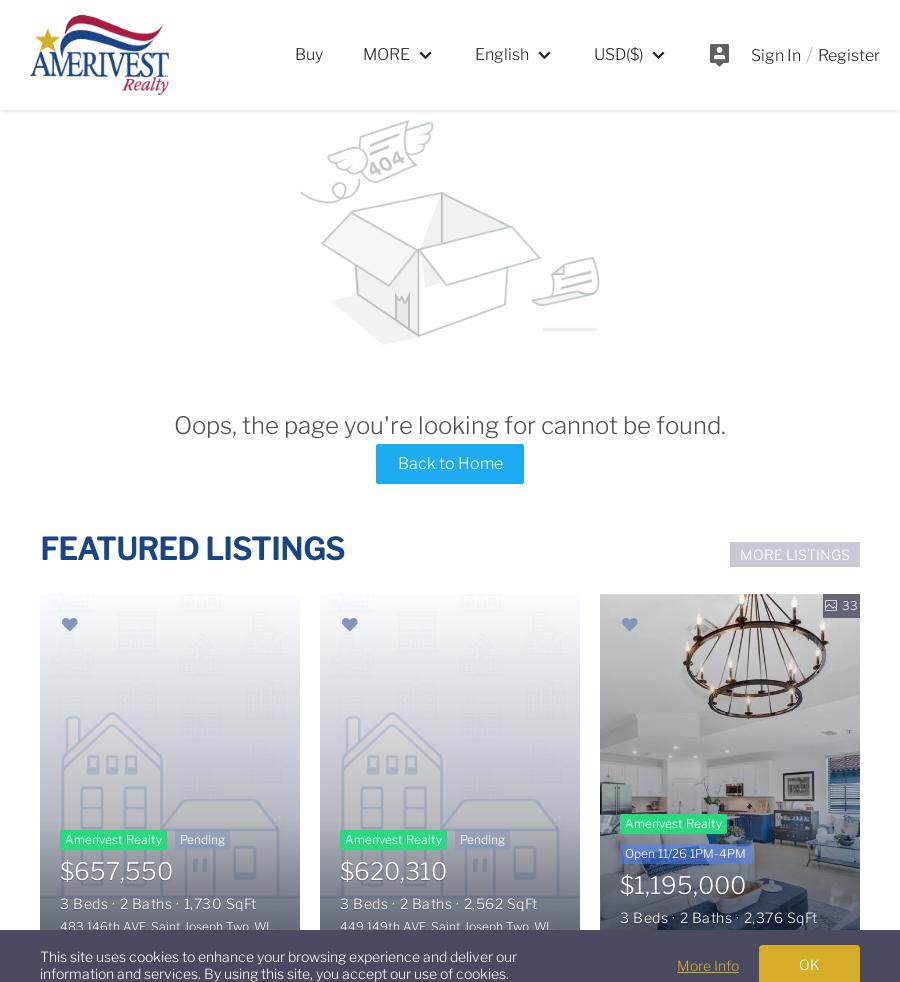 The height and width of the screenshot is (982, 900). I want to click on 'MORE LISTINGS', so click(794, 552).